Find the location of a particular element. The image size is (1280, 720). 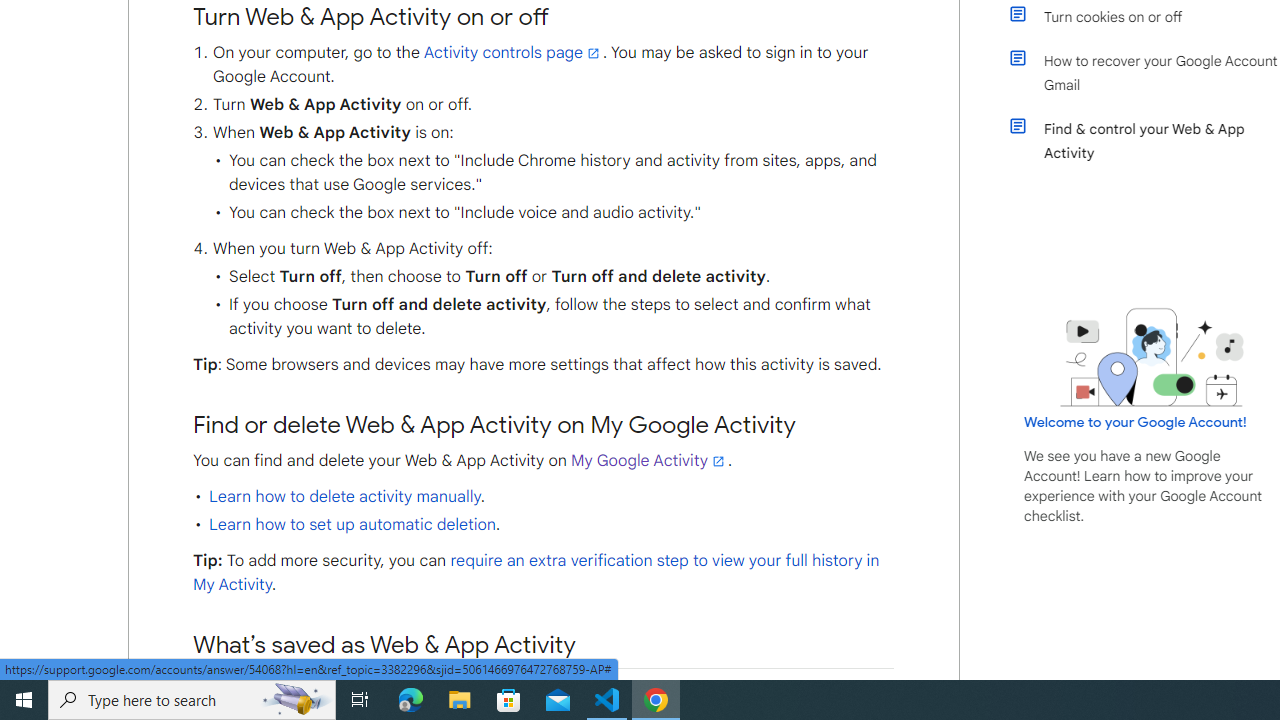

' Activity controls page' is located at coordinates (512, 52).